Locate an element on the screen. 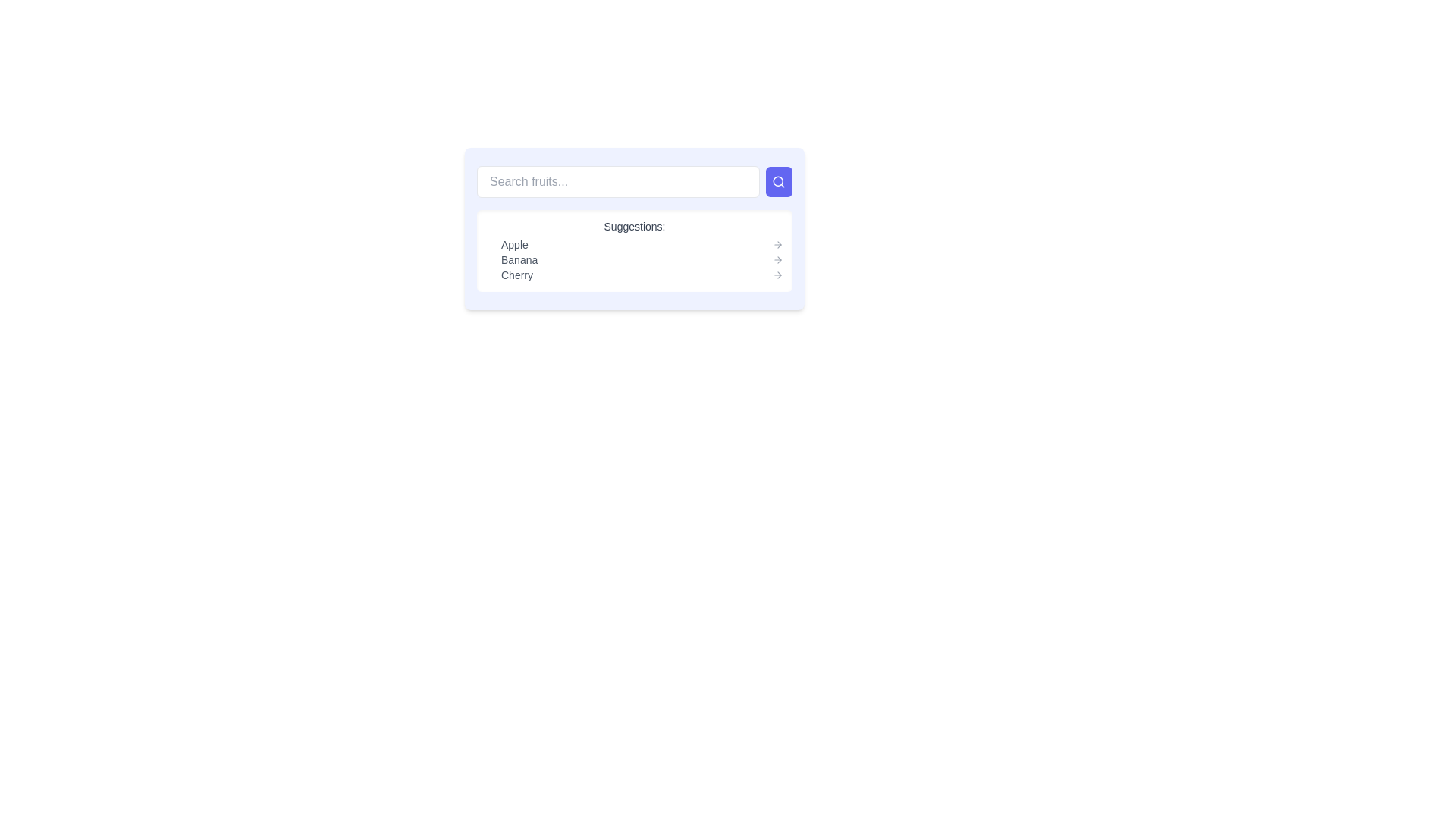 Image resolution: width=1456 pixels, height=819 pixels. the search icon button located at the far-right of the horizontal input group to initiate a search operation based on the user's input in the adjacent text-search field is located at coordinates (779, 180).